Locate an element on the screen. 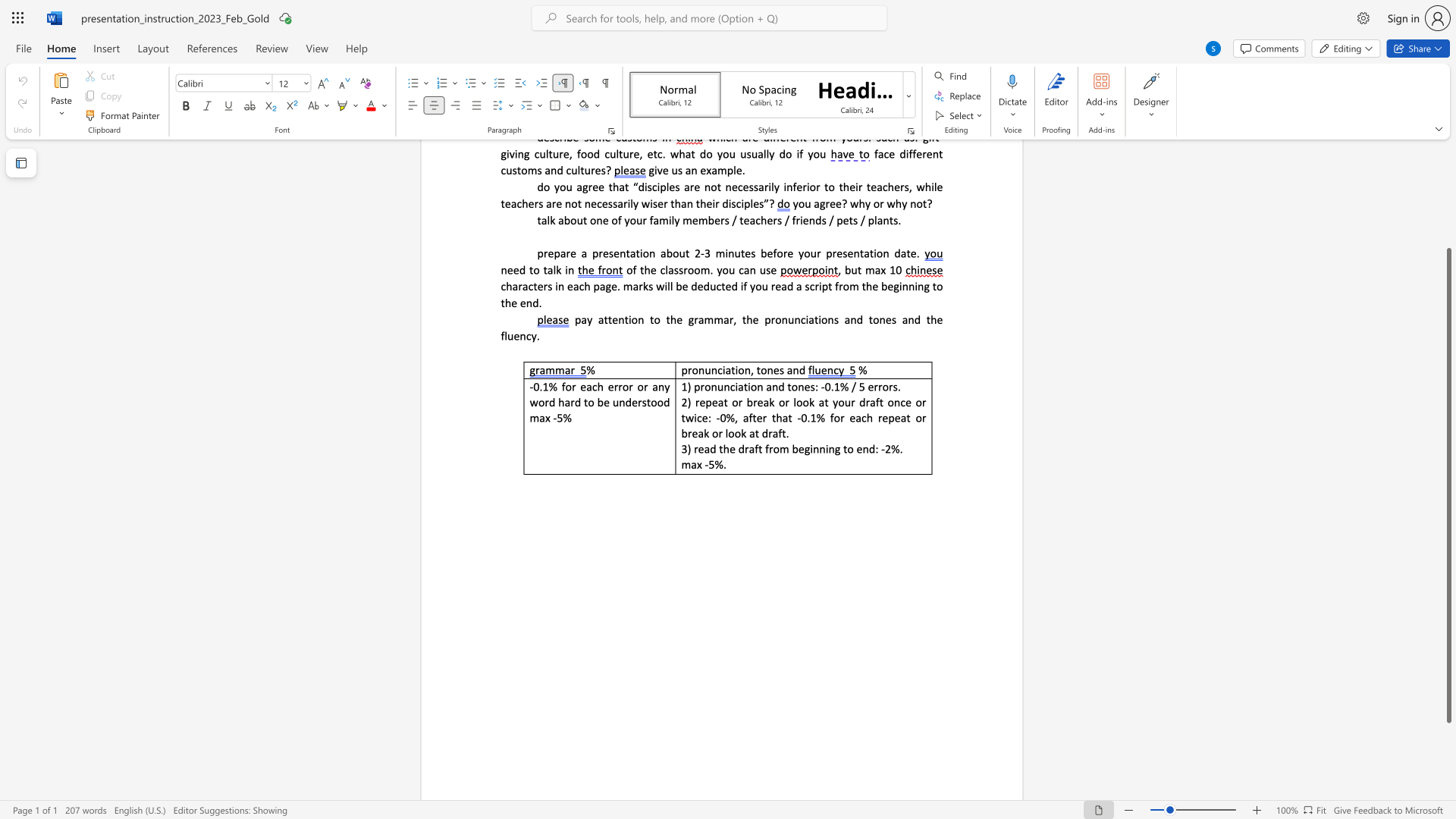 This screenshot has height=819, width=1456. the scrollbar and move down 90 pixels is located at coordinates (1448, 485).